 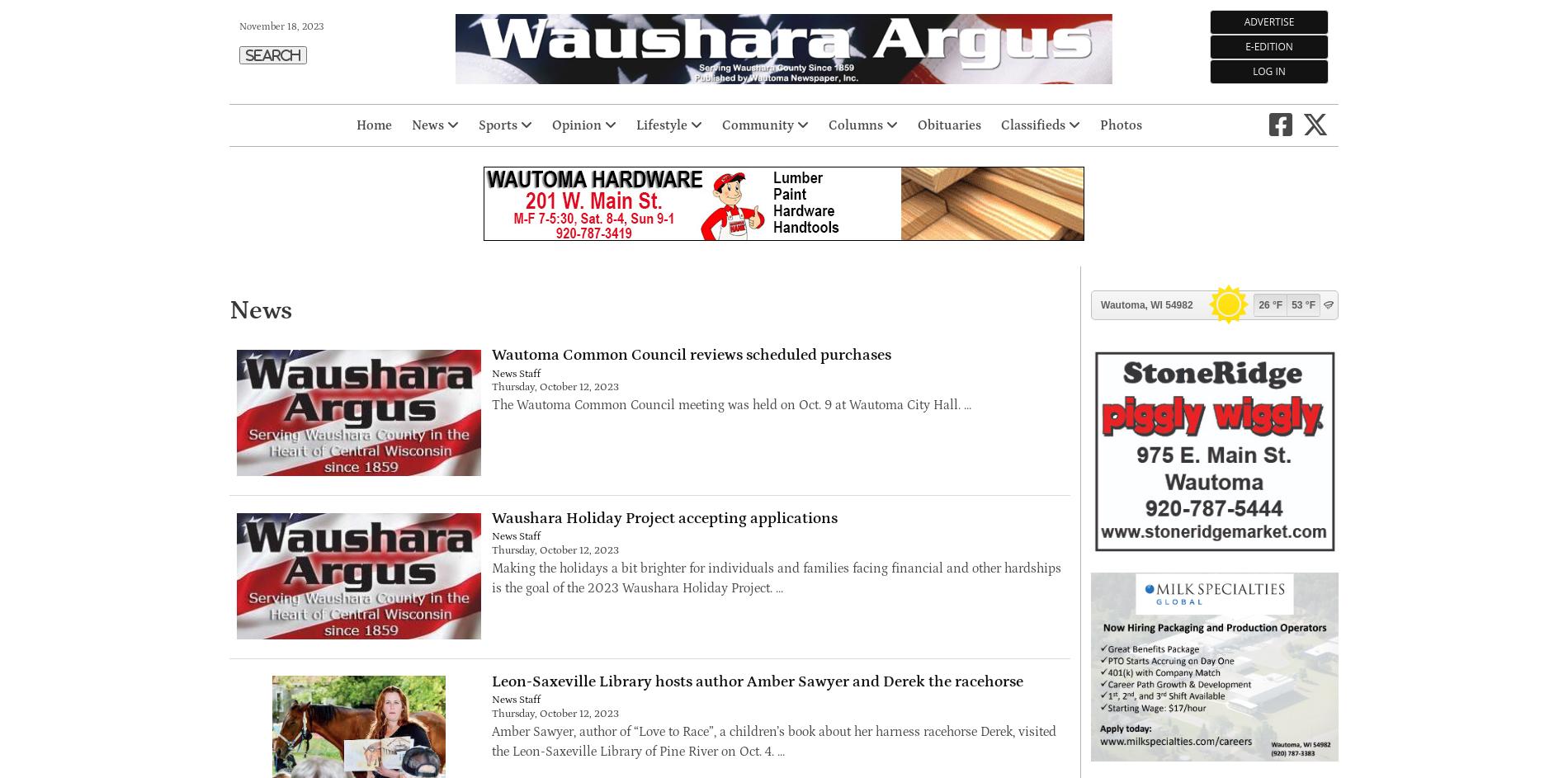 I want to click on 'Advertise', so click(x=1268, y=21).